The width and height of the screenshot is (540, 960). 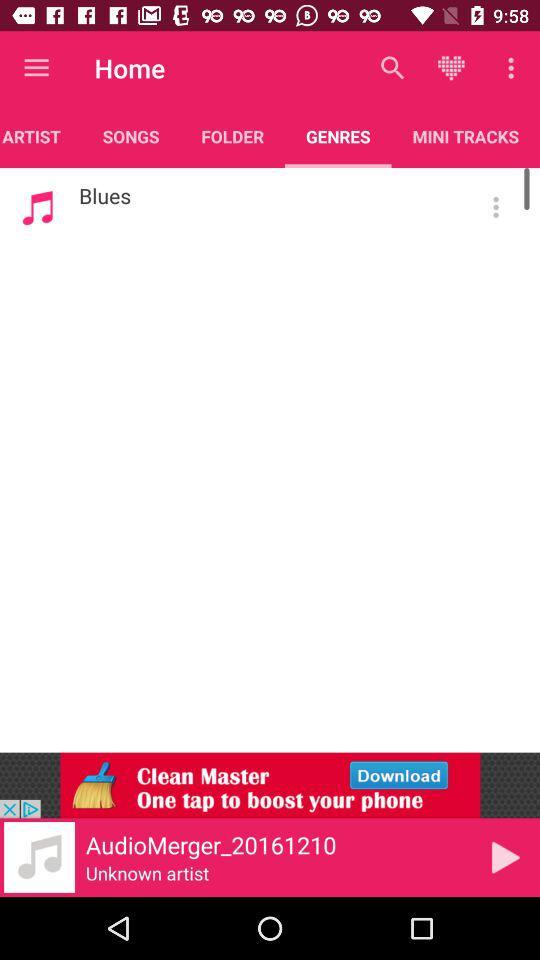 I want to click on this item, so click(x=504, y=856).